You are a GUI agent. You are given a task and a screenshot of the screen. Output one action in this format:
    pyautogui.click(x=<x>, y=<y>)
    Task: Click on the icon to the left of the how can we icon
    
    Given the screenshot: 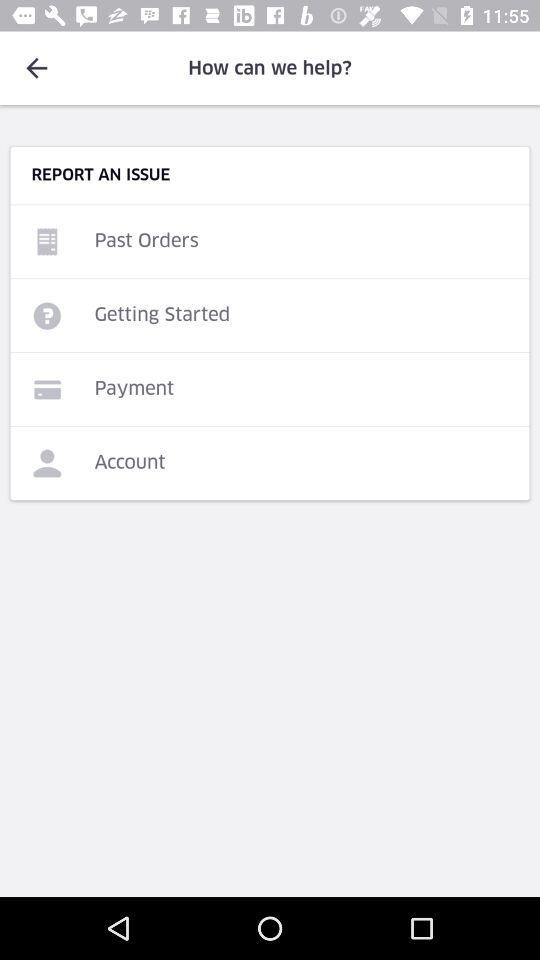 What is the action you would take?
    pyautogui.click(x=36, y=68)
    